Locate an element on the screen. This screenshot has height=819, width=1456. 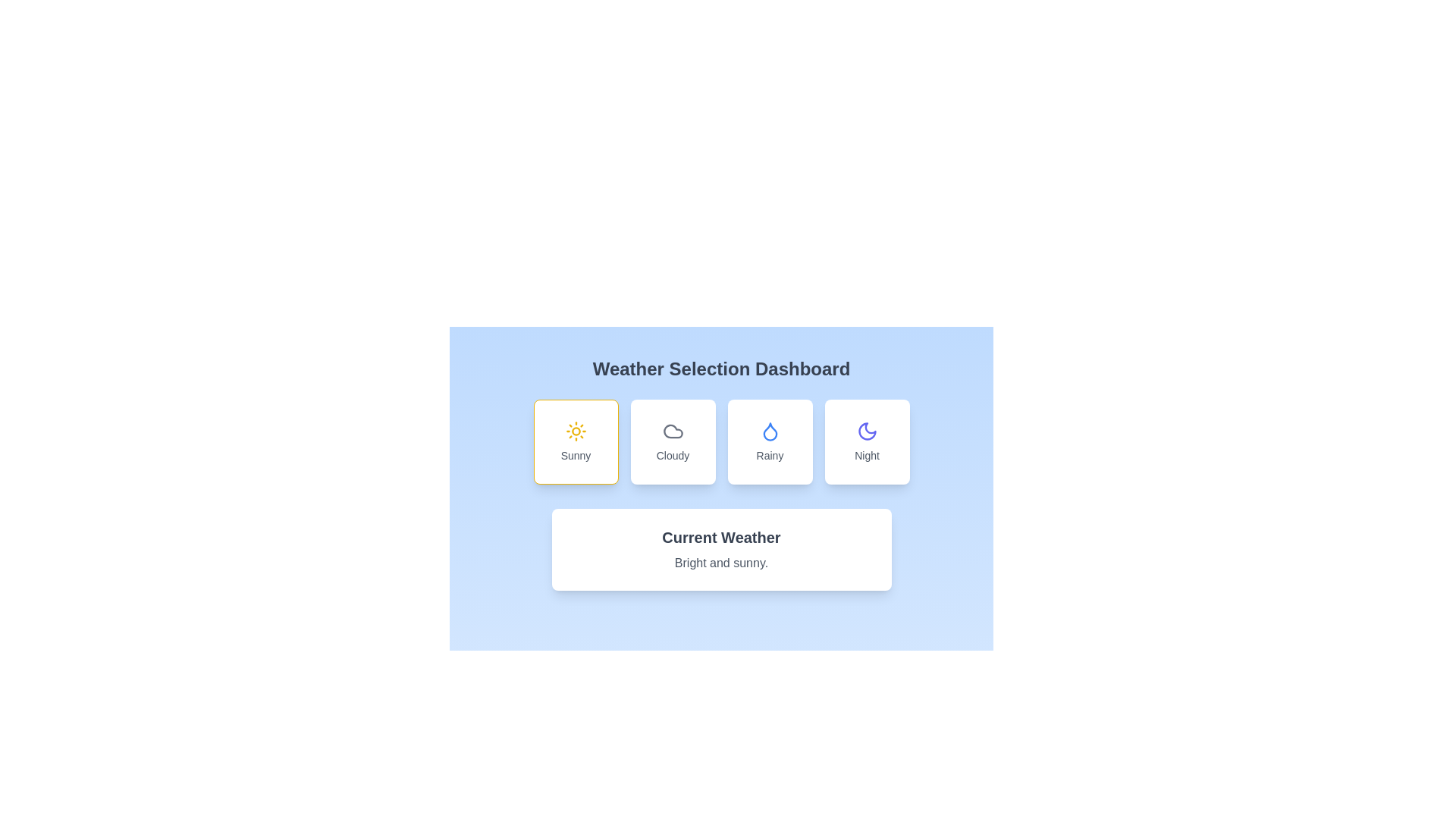
the 'Rainy' weather condition text label, which is the third option in the row of weather selections is located at coordinates (770, 455).